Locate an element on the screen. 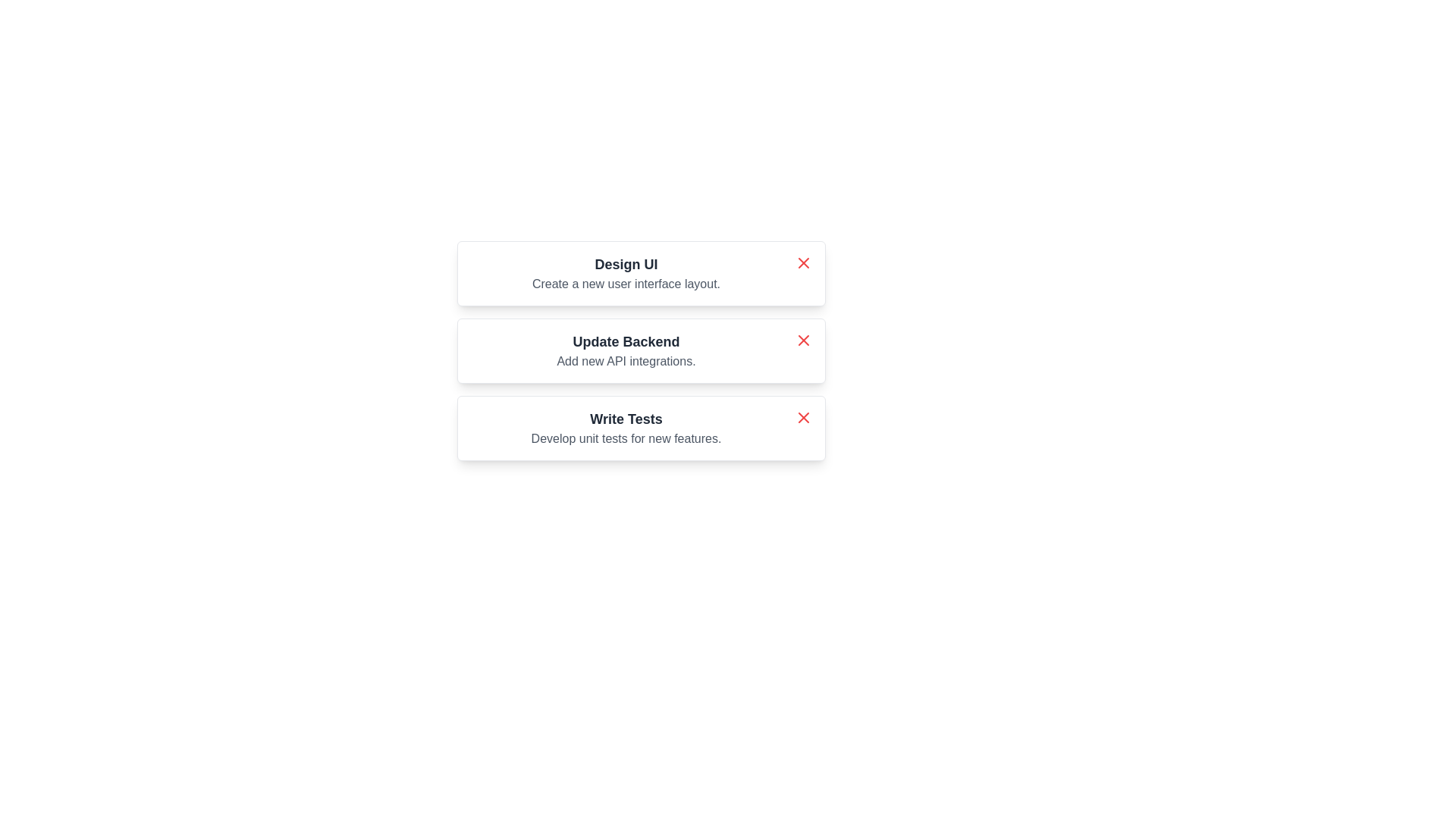  the card titled 'Update Backend' is located at coordinates (641, 350).